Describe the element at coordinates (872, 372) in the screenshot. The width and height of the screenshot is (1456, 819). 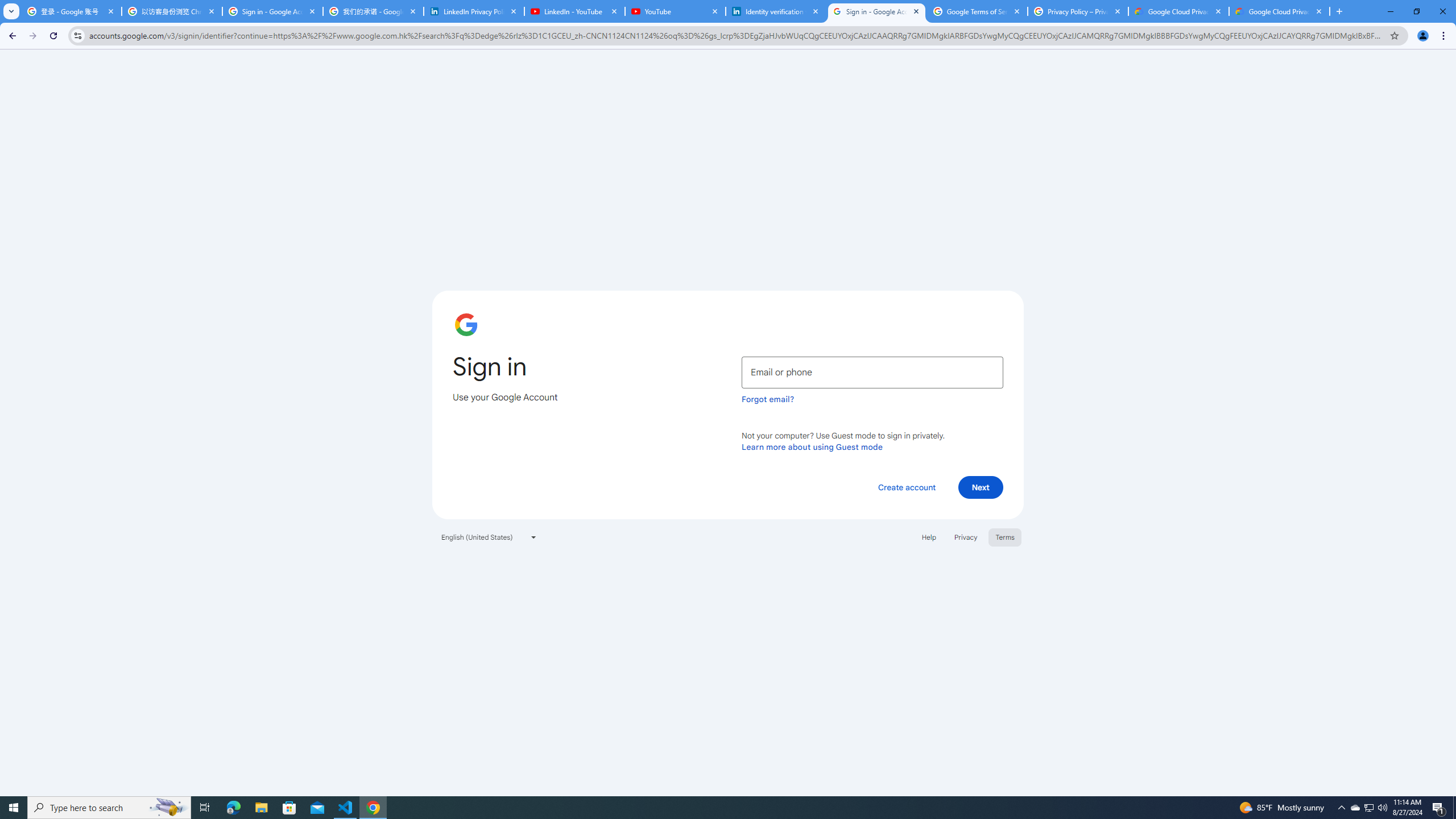
I see `'Email or phone'` at that location.